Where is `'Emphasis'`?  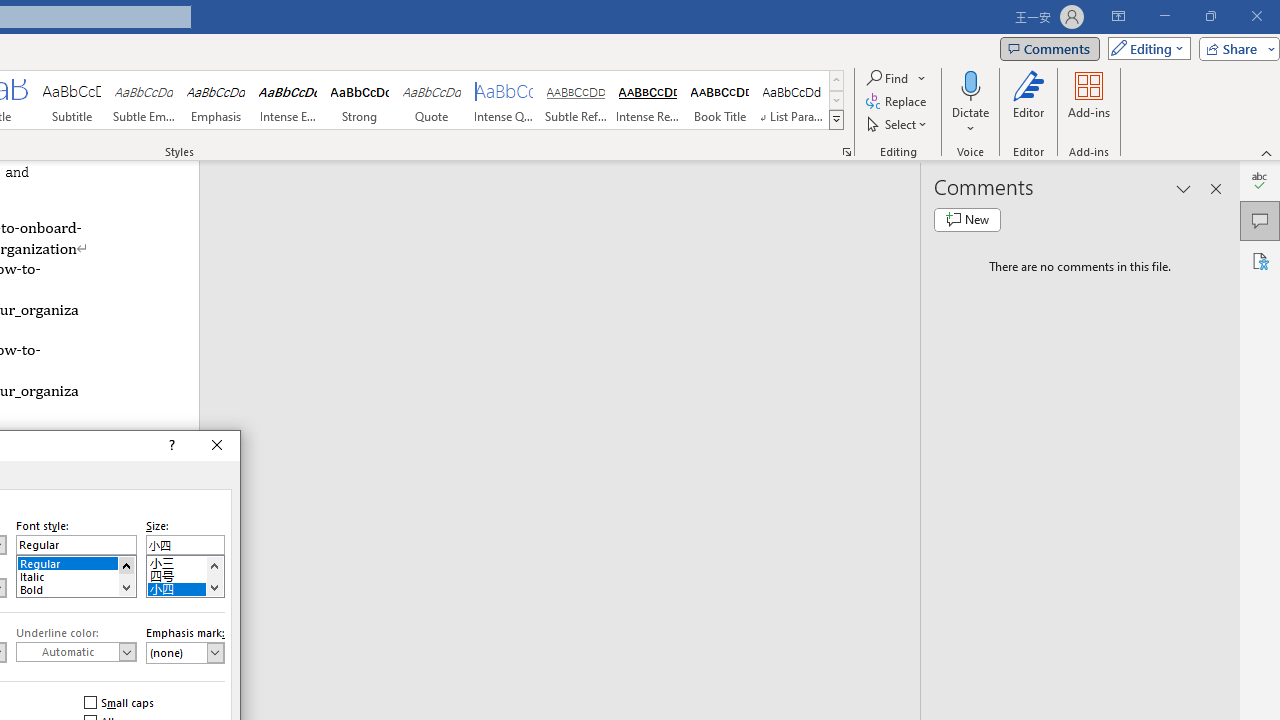
'Emphasis' is located at coordinates (216, 100).